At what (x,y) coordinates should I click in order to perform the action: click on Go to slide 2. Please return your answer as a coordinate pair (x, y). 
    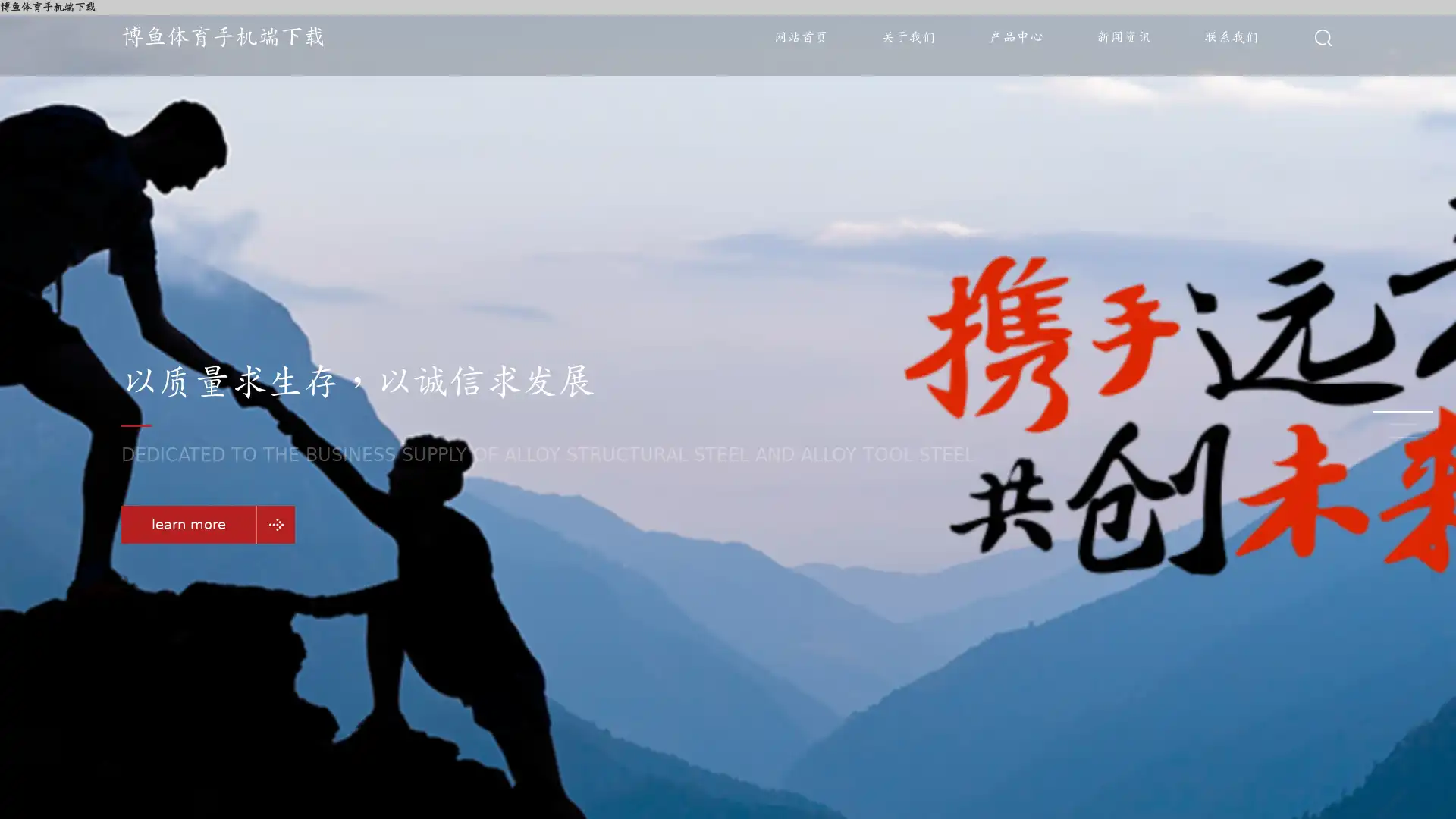
    Looking at the image, I should click on (1401, 424).